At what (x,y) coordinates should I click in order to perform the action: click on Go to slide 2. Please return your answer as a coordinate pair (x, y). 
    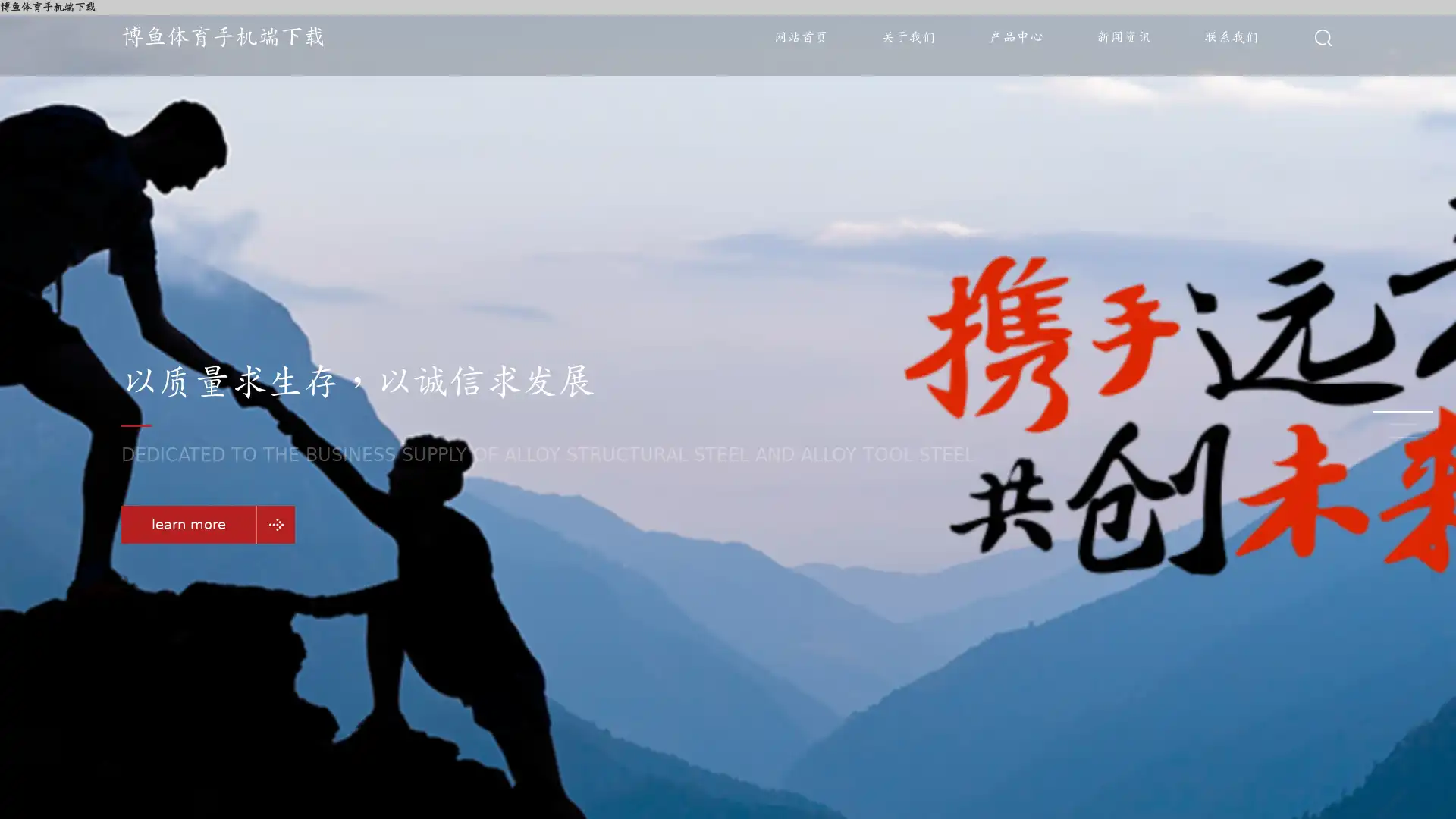
    Looking at the image, I should click on (1401, 424).